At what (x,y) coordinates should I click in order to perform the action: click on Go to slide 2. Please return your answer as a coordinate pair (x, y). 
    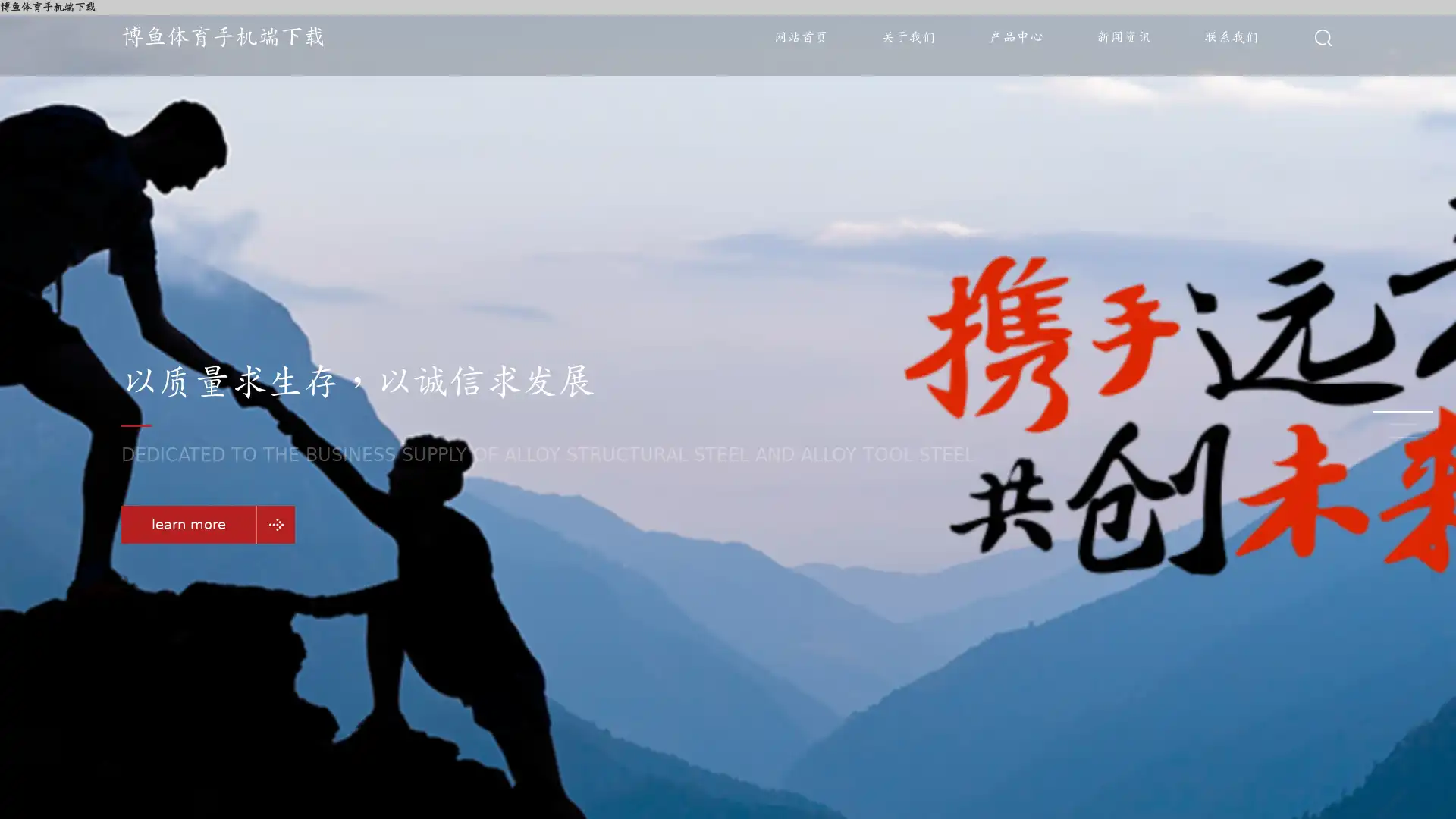
    Looking at the image, I should click on (1401, 424).